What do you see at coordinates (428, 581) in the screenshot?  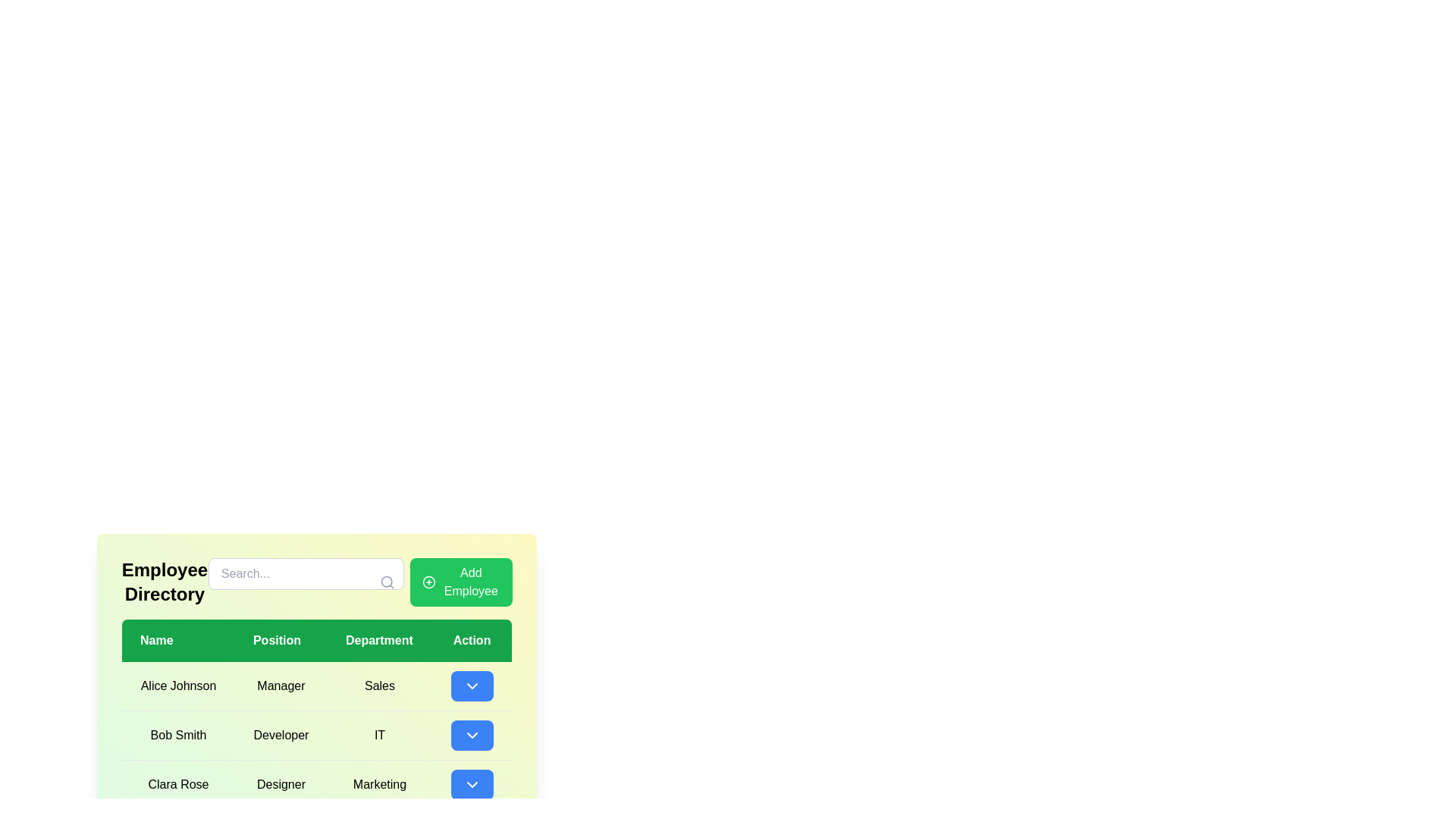 I see `the 'Add Employee' button, which is located in the upper right of the employee directory interface and includes an icon on its left side to indicate its purpose` at bounding box center [428, 581].